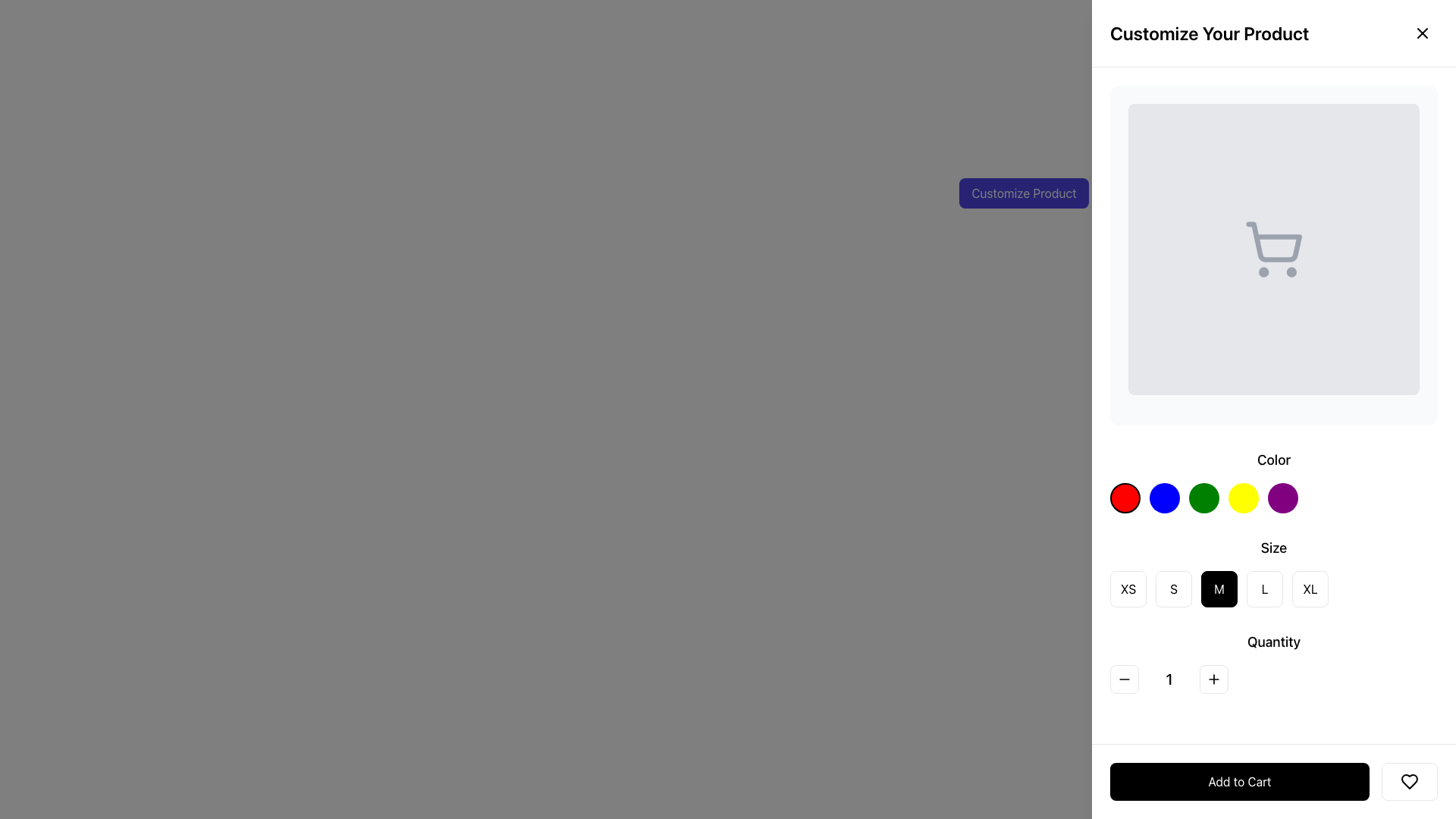 The image size is (1456, 819). I want to click on the minus icon button, which is a minimalist horizontal line icon representing a decrease command, located in the lower section of the product customization panel near the quantity adjustment controls, so click(1125, 678).